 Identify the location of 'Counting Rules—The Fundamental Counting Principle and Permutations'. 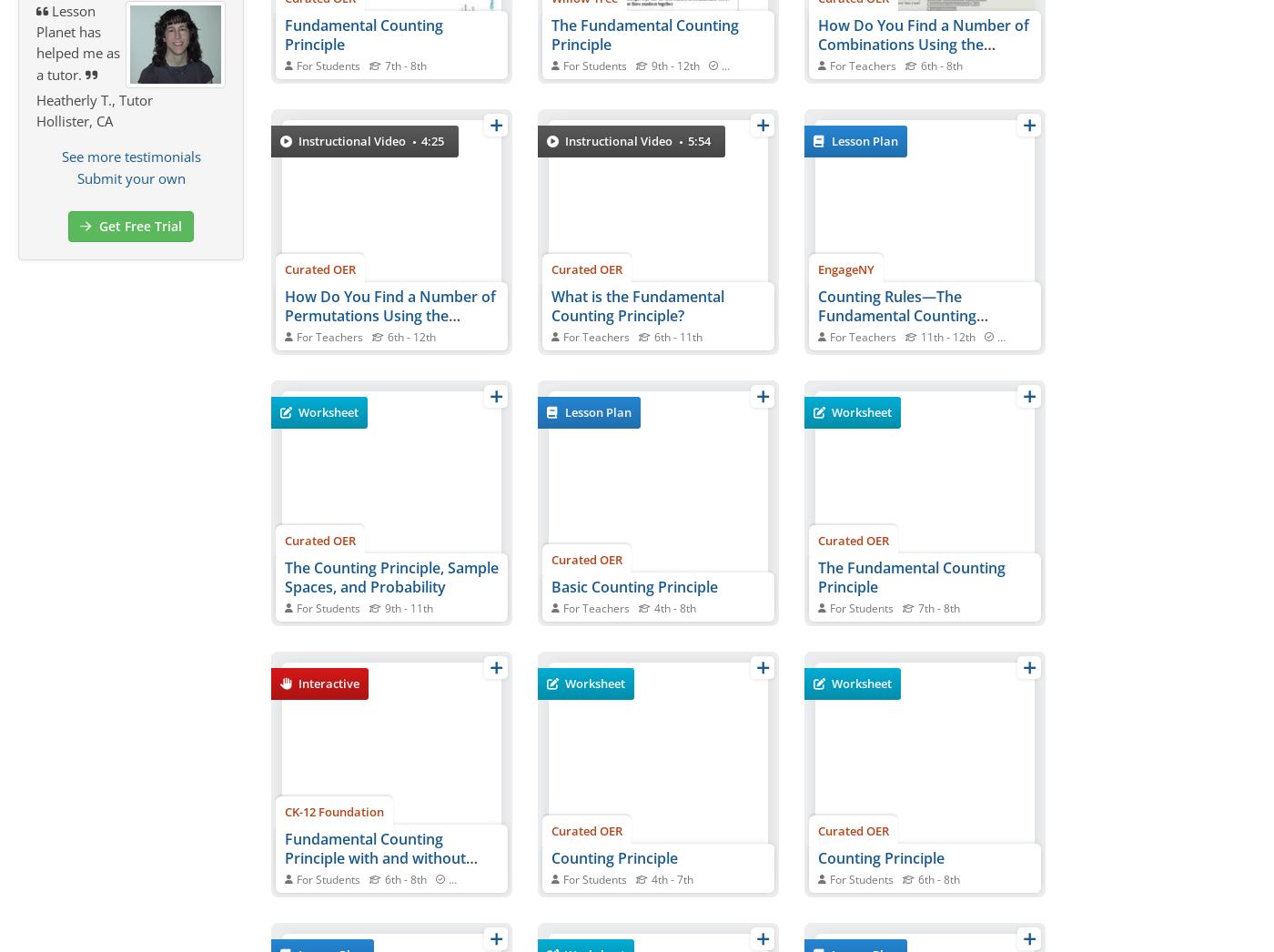
(912, 314).